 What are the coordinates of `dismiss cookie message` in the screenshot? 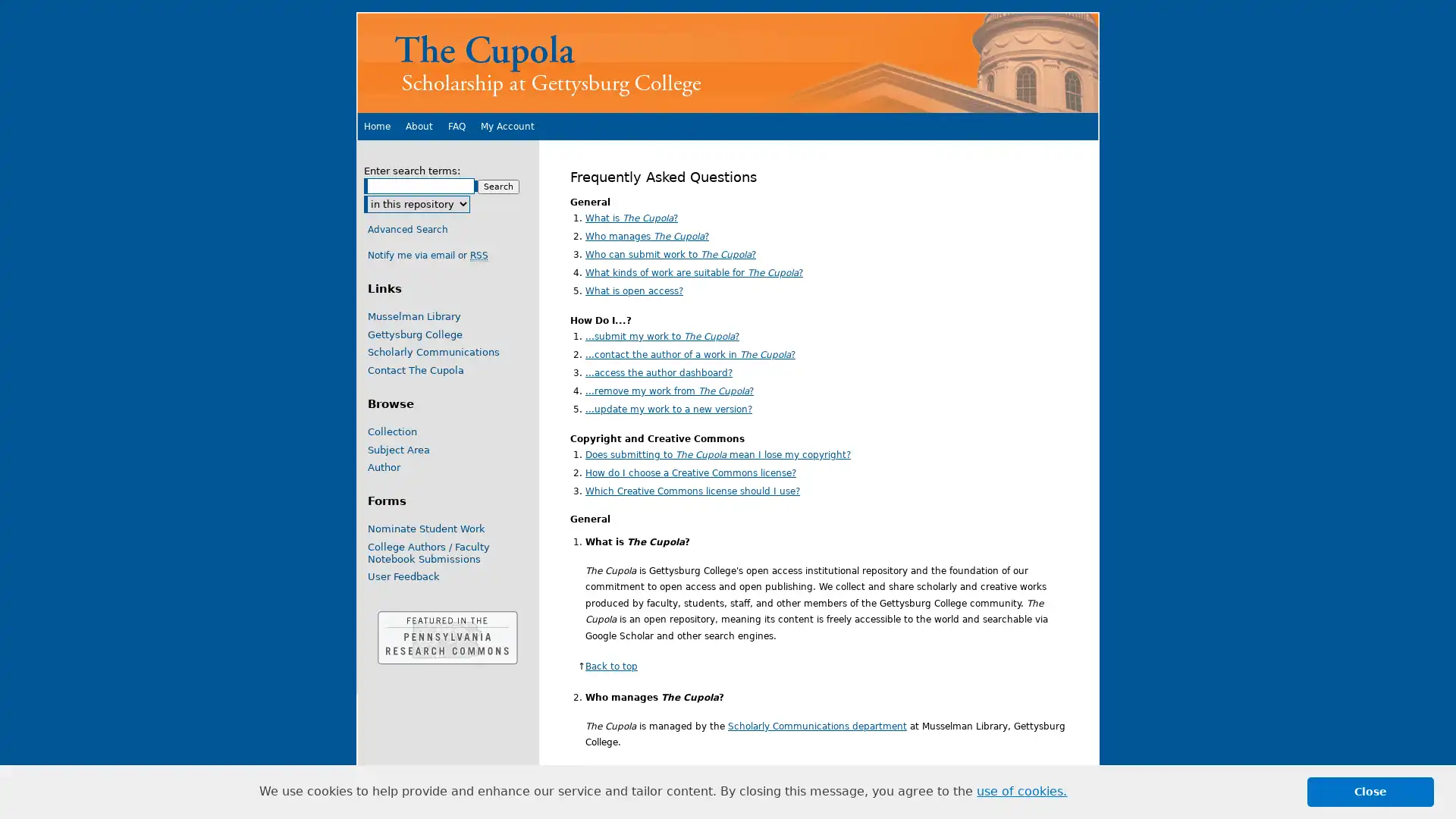 It's located at (1370, 791).